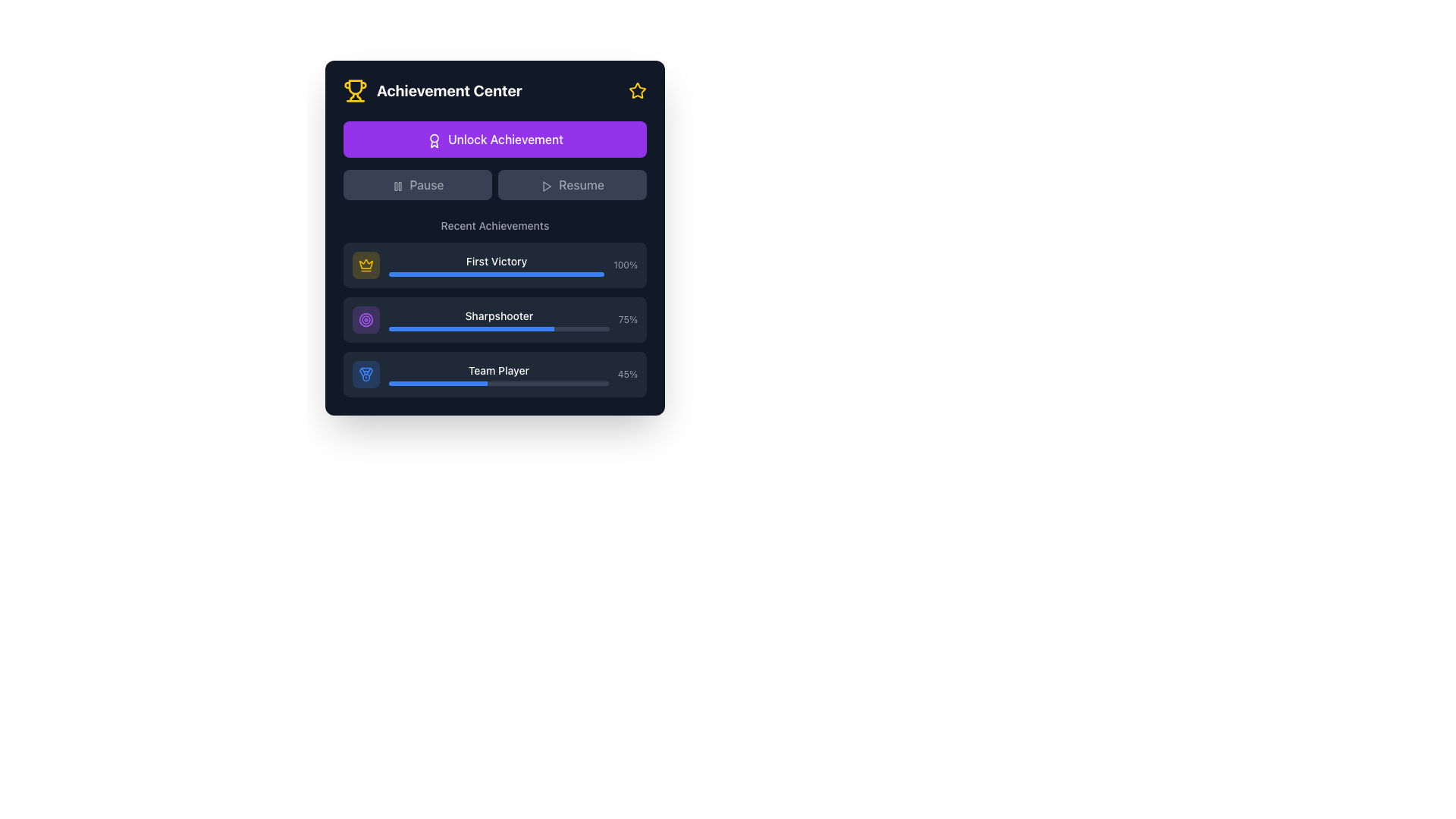  I want to click on the triangular-shaped play icon located in the top-right corner of the 'Achievement Center' UI panel, so click(546, 185).